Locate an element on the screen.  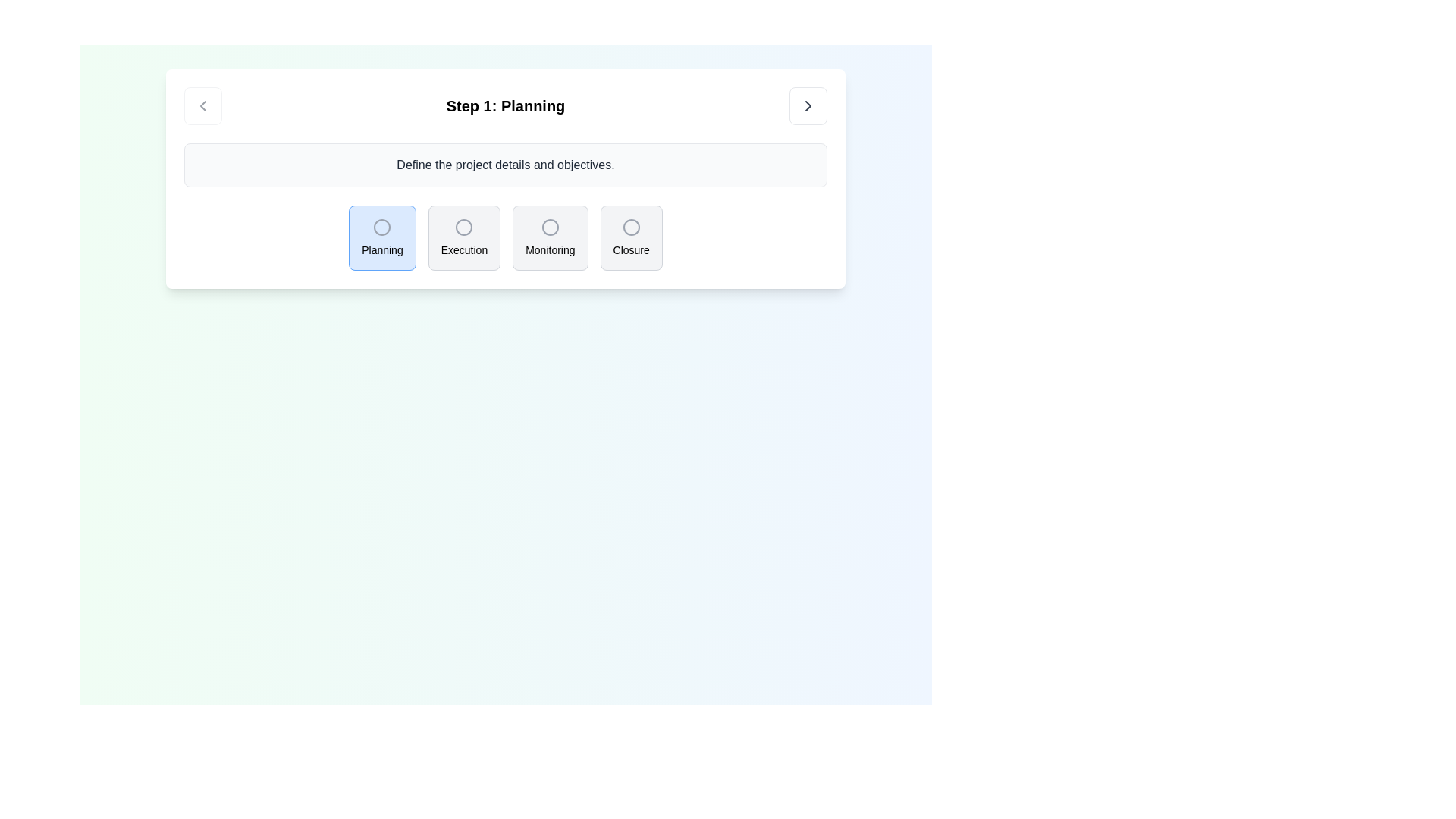
the navigation button located in the header section to the far right of 'Step 1: Planning', which features a right-pointing chevron icon, to trigger hover effects is located at coordinates (807, 105).